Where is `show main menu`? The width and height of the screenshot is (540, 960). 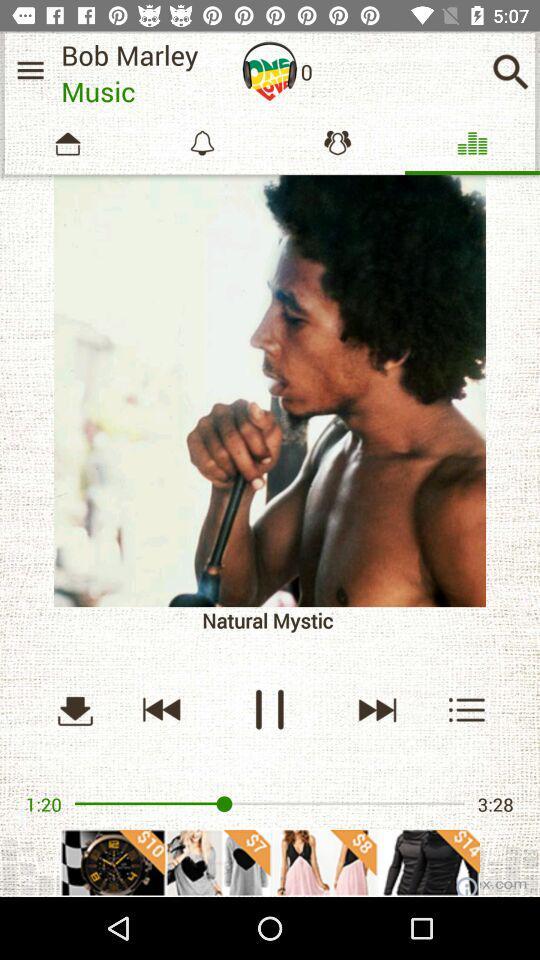
show main menu is located at coordinates (29, 70).